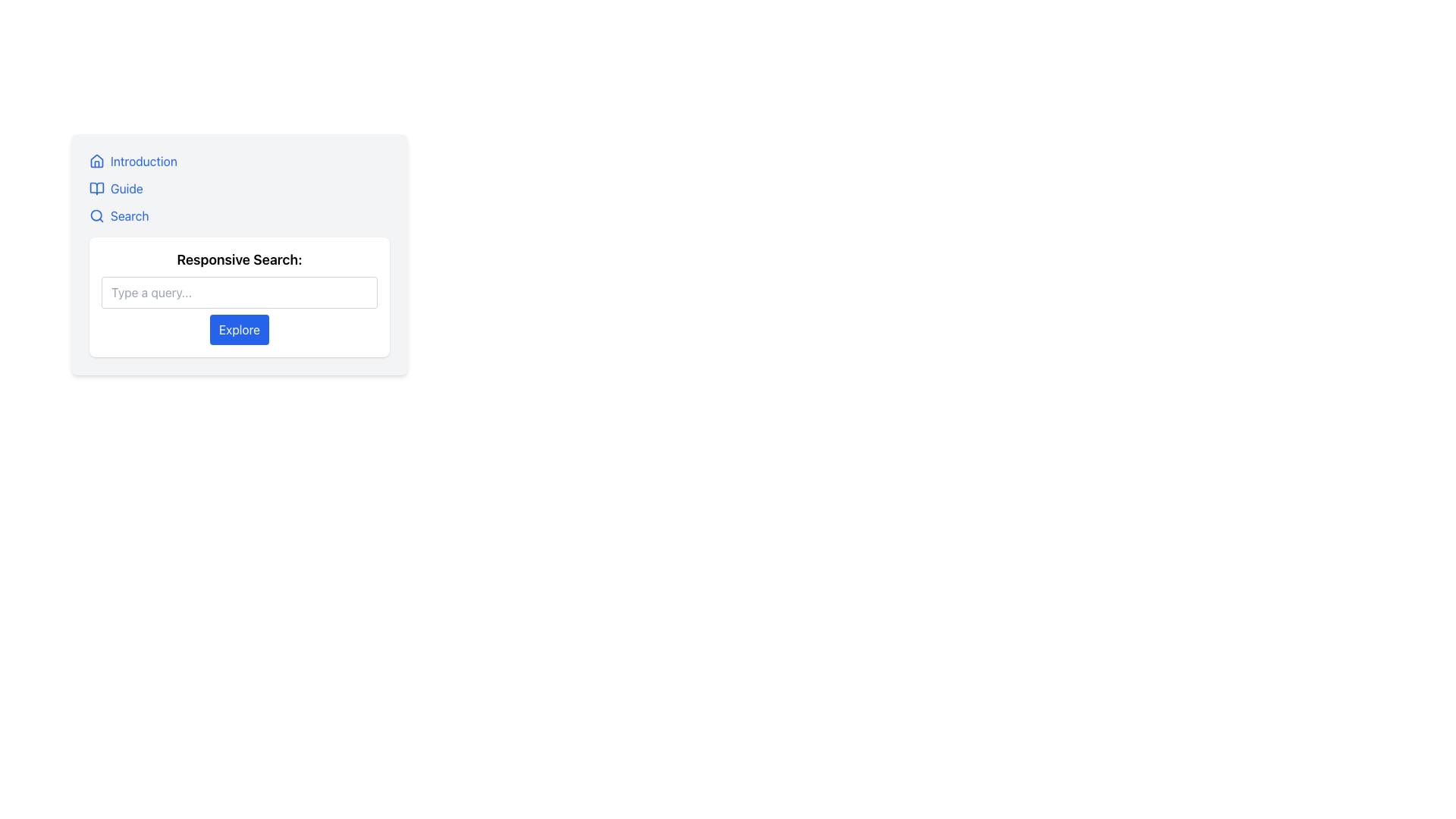 This screenshot has width=1456, height=819. Describe the element at coordinates (127, 188) in the screenshot. I see `the second navigation link in the vertical list, which is adjacent to an open book icon` at that location.